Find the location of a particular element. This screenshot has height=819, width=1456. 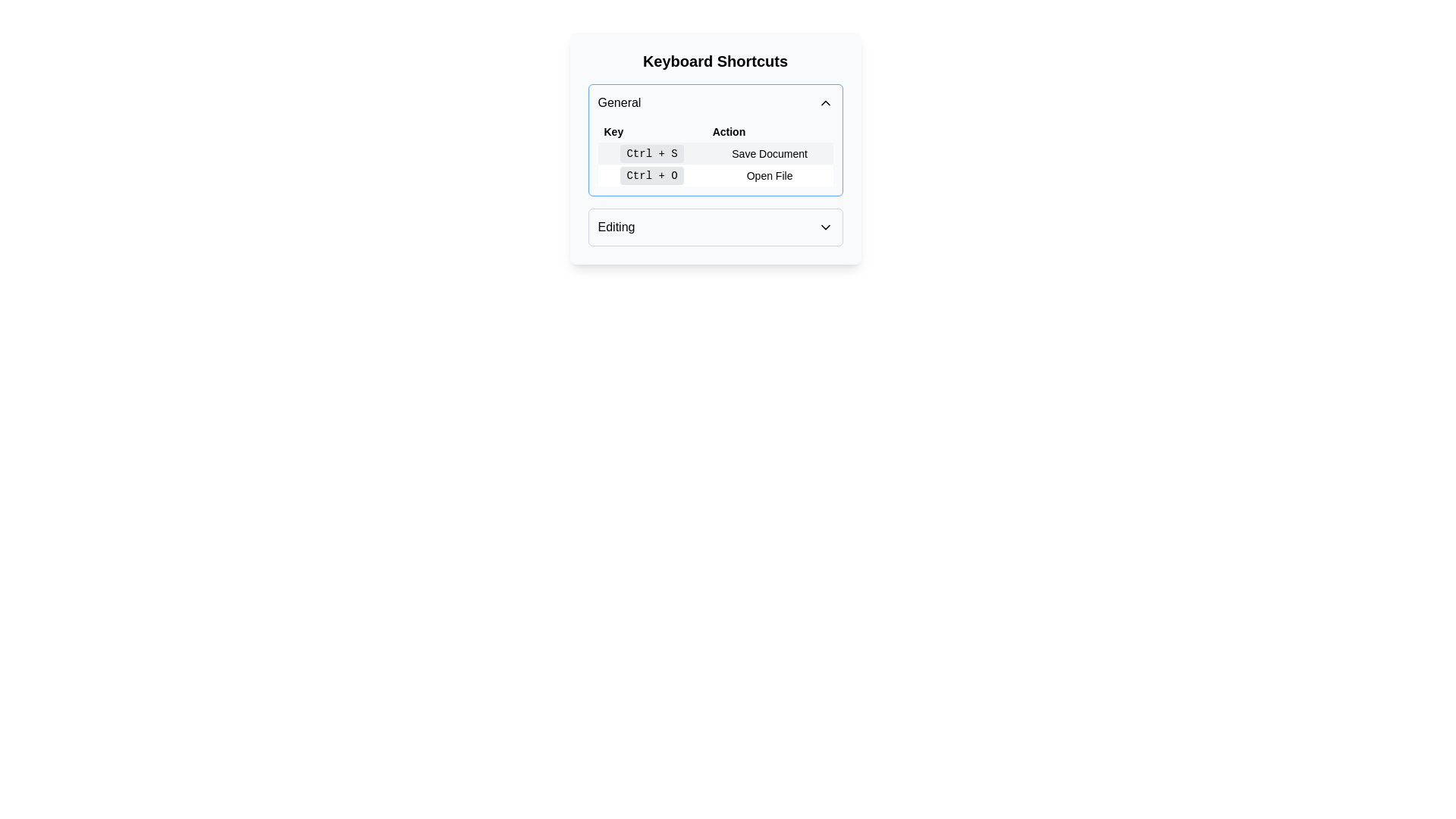

an option from the 'Editing' dropdown menu located in the 'Keyboard Shortcuts' section, which is visually represented by the text 'Editing' and a chevron icon is located at coordinates (714, 227).